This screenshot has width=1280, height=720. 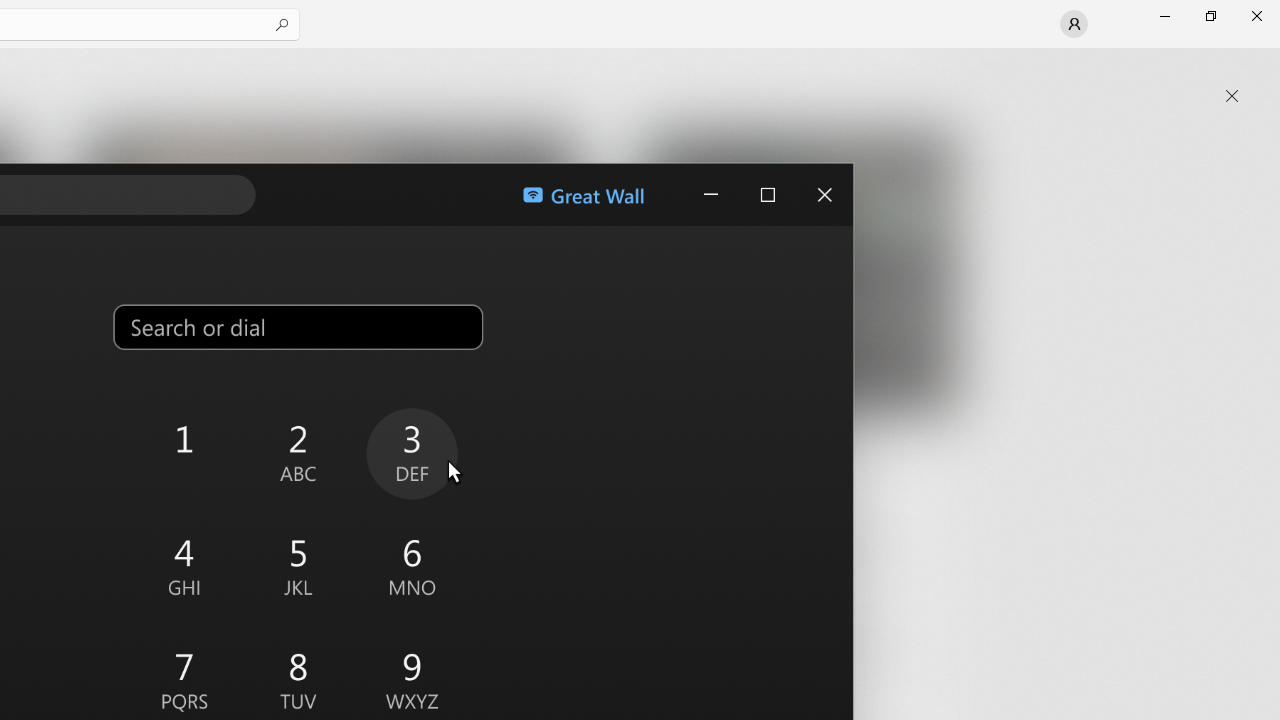 I want to click on 'Close Microsoft Store', so click(x=1255, y=15).